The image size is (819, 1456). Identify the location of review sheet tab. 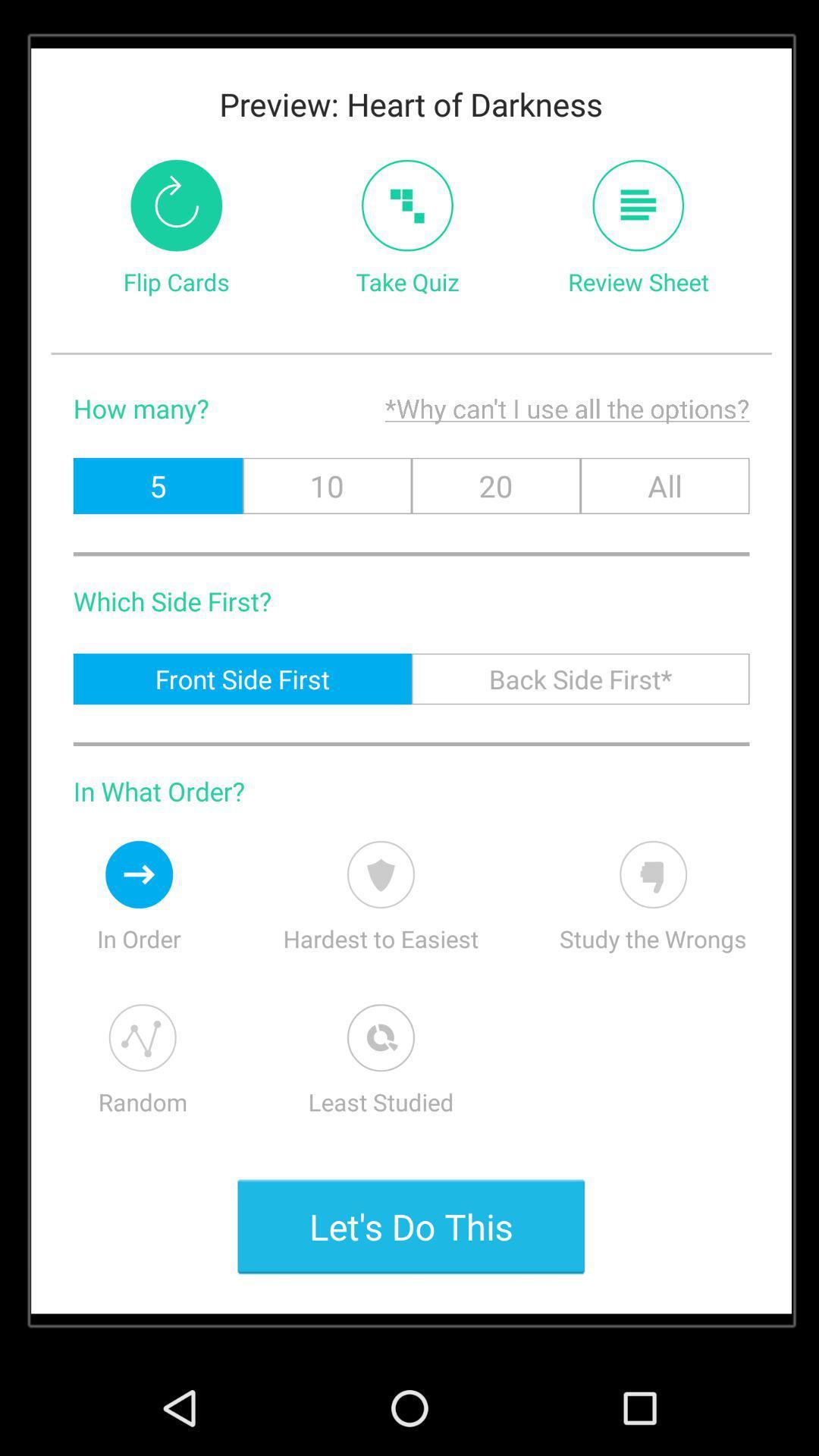
(638, 205).